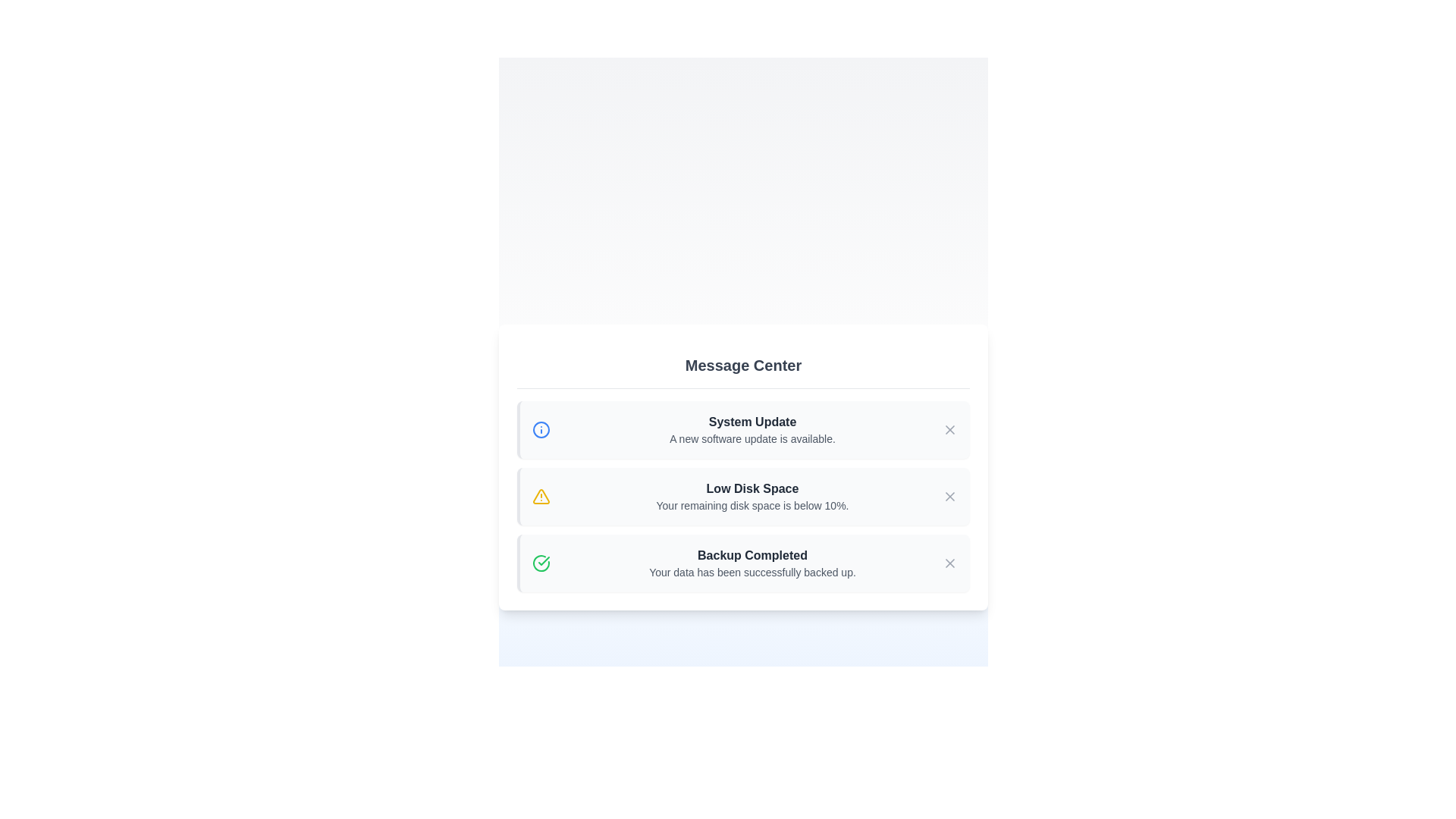 Image resolution: width=1456 pixels, height=819 pixels. Describe the element at coordinates (752, 488) in the screenshot. I see `the bolded primary headline text label in the notification panel that alerts the user about low disk space` at that location.